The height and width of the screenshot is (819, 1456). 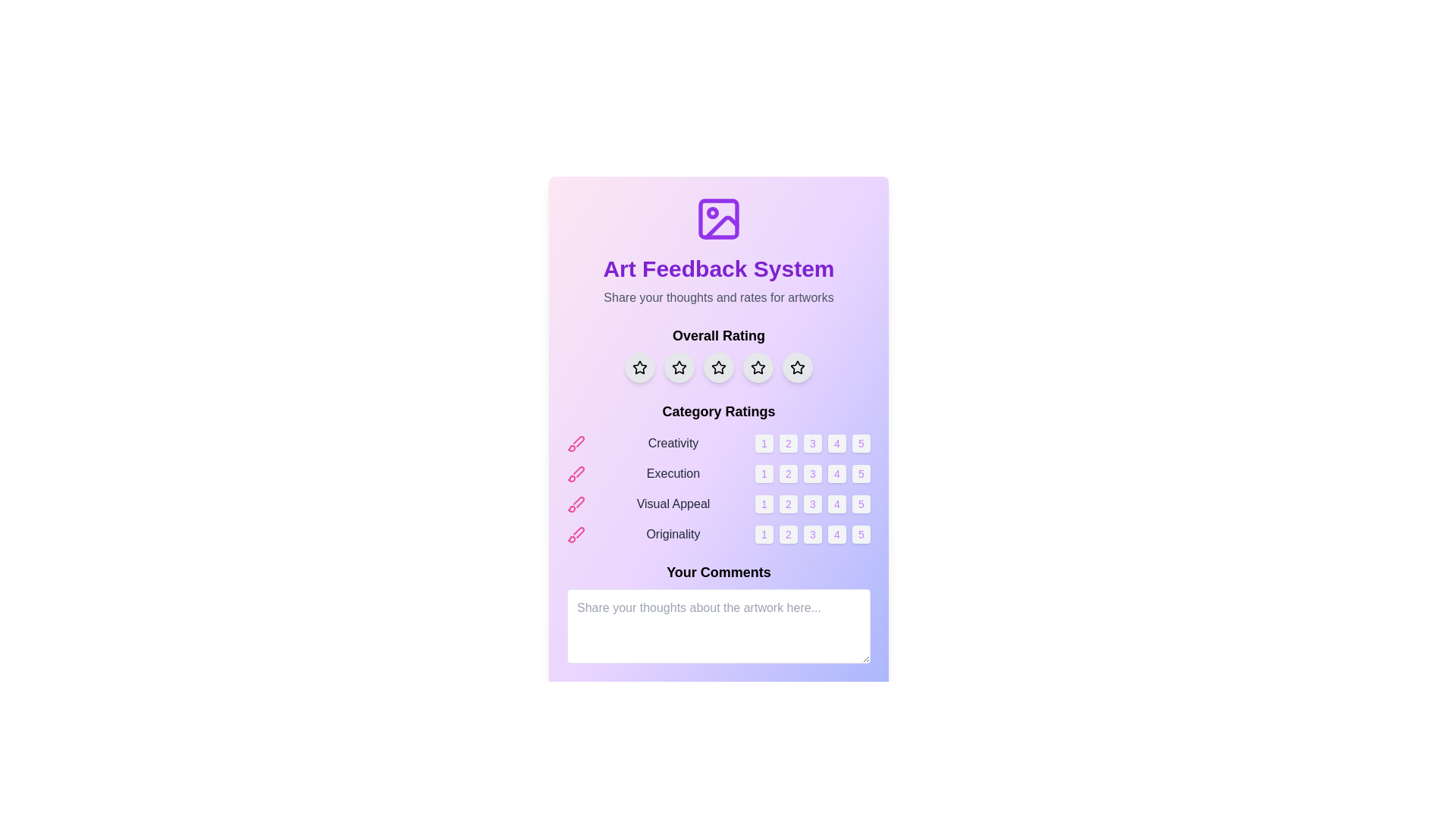 I want to click on the section header text labeled 'Category Ratings', which is styled in bold and positioned beneath 'Overall Rating', so click(x=718, y=412).